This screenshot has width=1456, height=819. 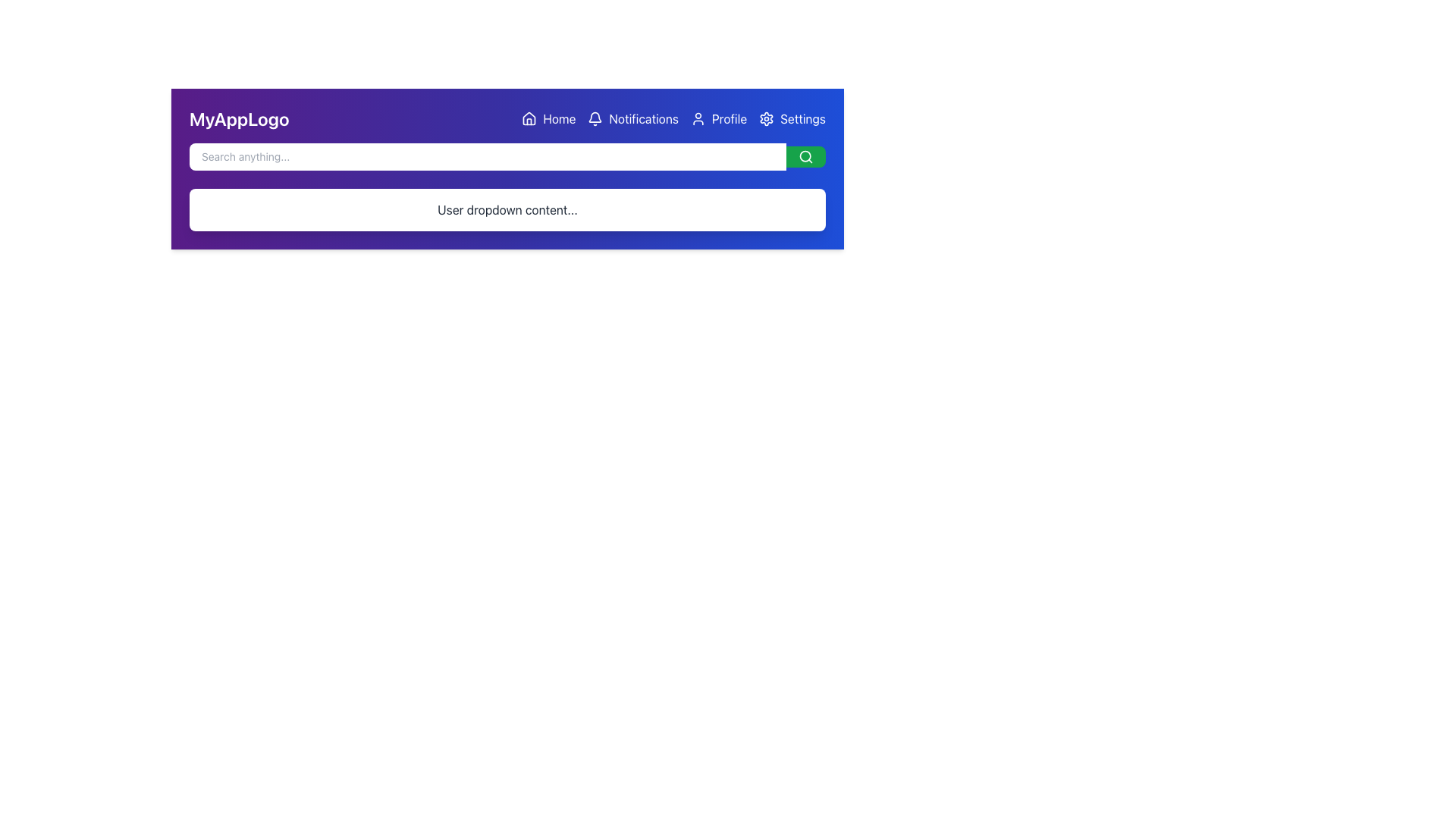 I want to click on the green magnifying glass icon with a white outline, which is located at the far right of the green button adjacent to the search input field, so click(x=805, y=157).